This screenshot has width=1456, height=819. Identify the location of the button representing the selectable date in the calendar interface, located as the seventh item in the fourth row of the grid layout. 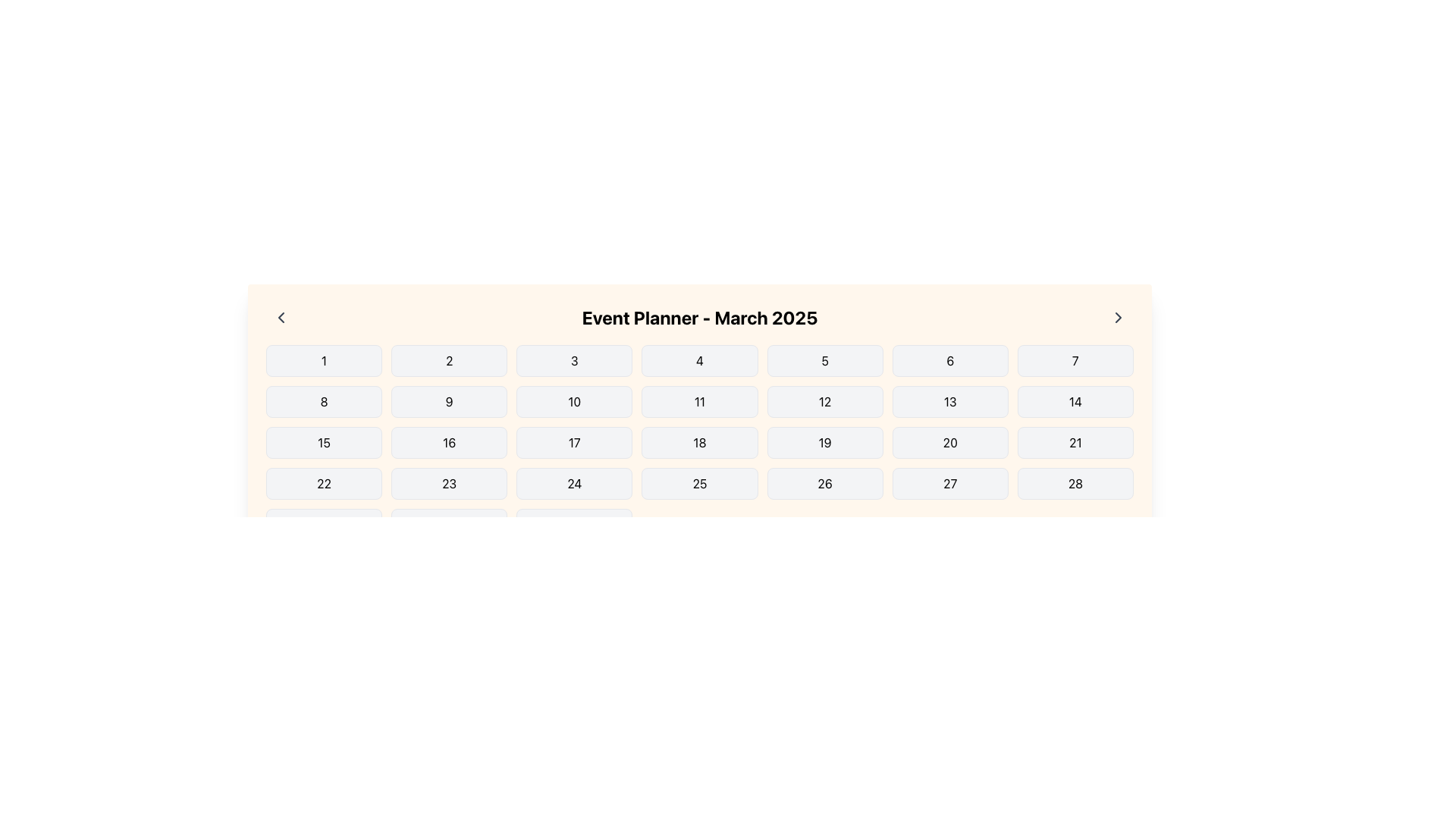
(1075, 442).